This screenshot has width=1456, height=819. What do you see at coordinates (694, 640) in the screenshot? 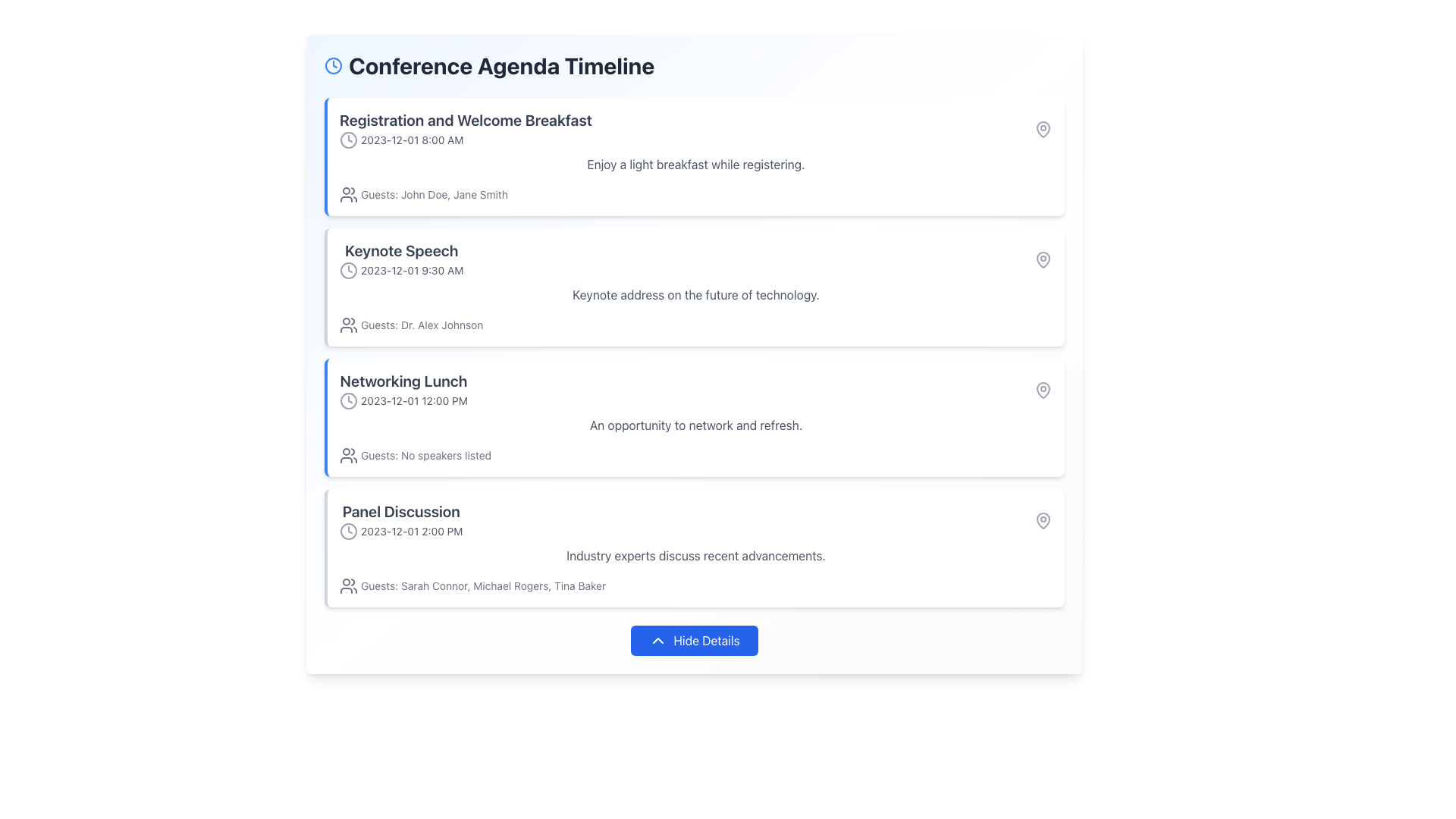
I see `the button located at the bottom of the 'Conference Agenda Timeline' section` at bounding box center [694, 640].